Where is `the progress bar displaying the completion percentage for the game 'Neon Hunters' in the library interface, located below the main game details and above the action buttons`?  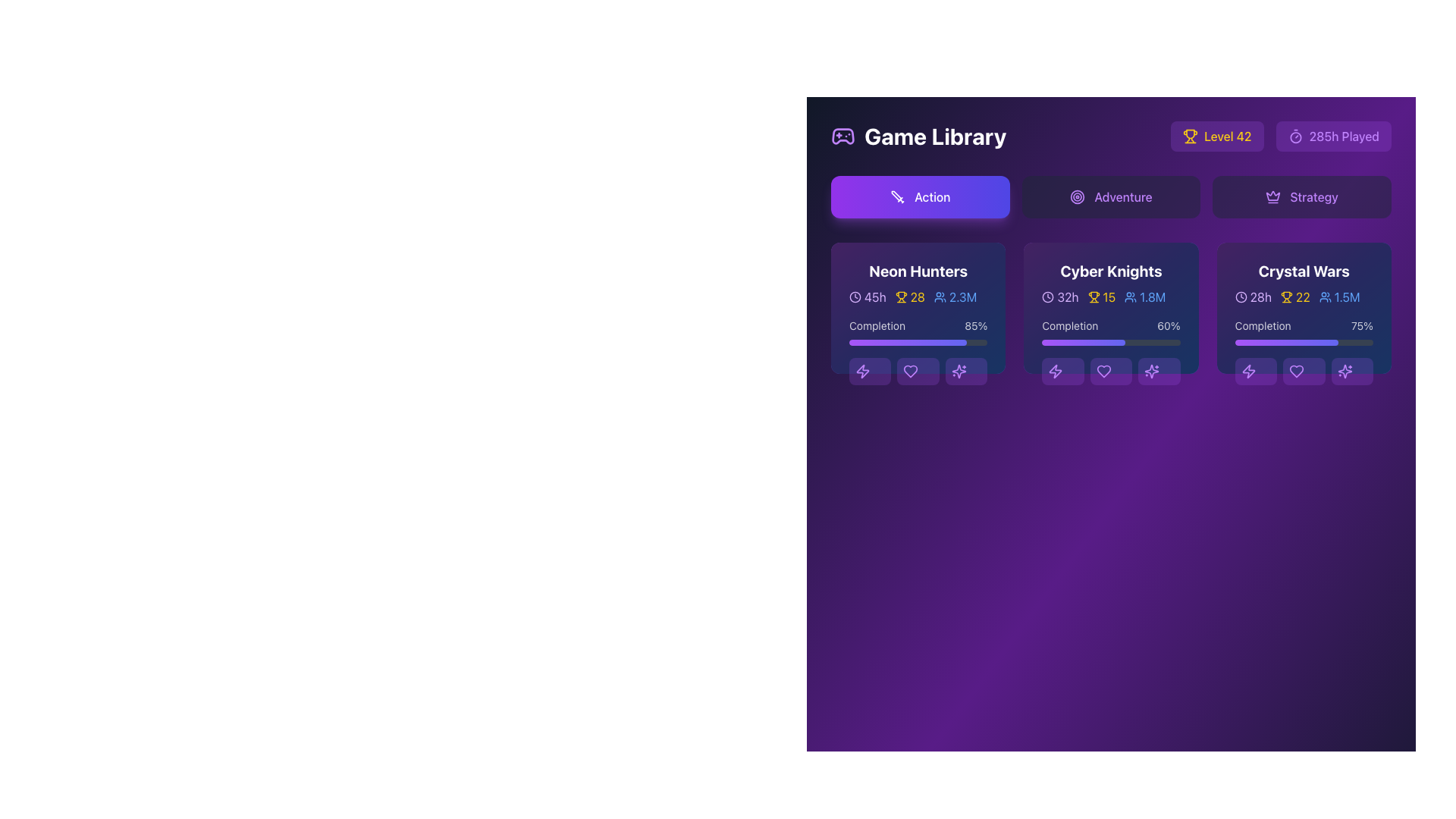
the progress bar displaying the completion percentage for the game 'Neon Hunters' in the library interface, located below the main game details and above the action buttons is located at coordinates (918, 331).